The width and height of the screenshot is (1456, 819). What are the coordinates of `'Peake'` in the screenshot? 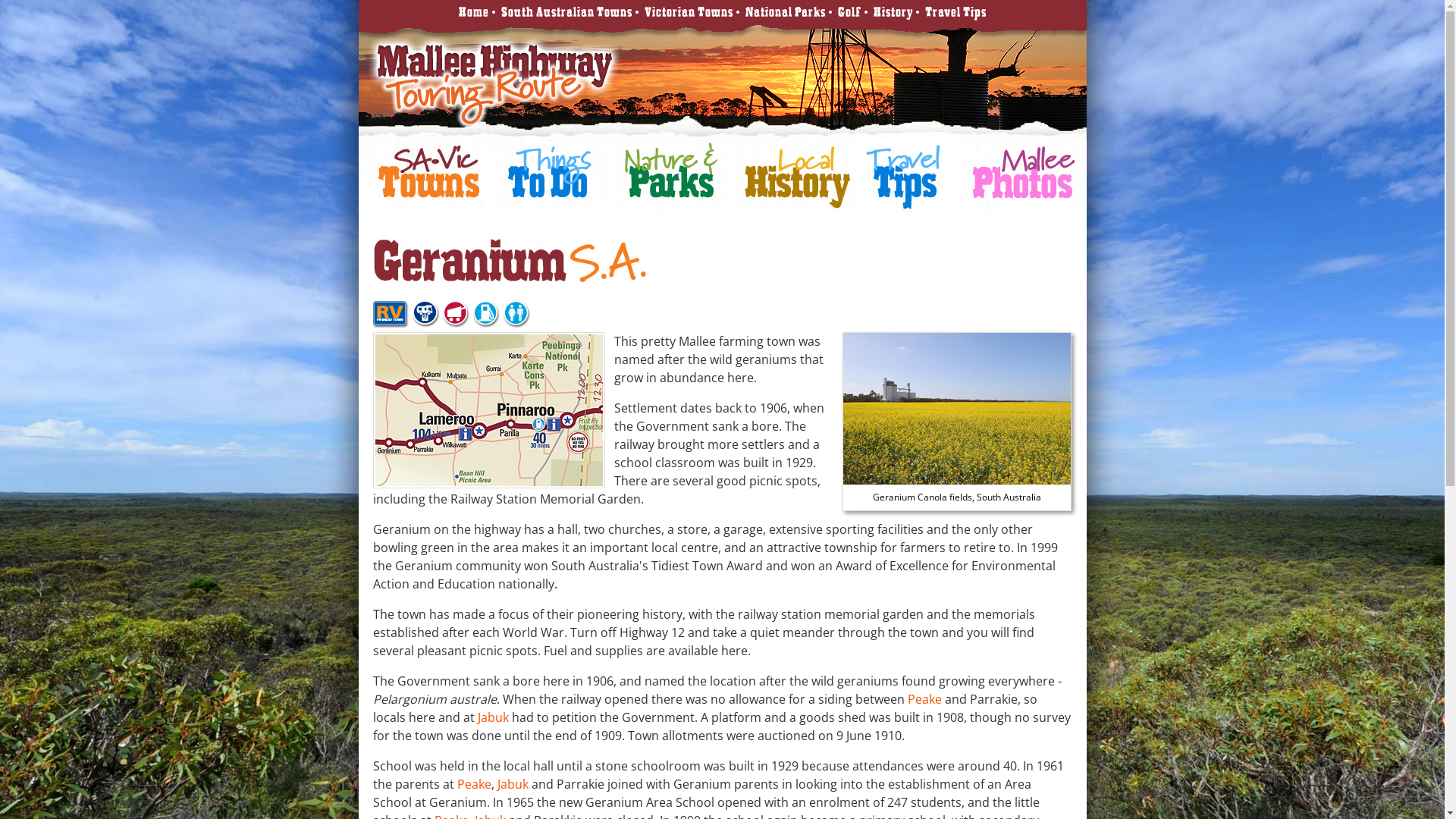 It's located at (473, 783).